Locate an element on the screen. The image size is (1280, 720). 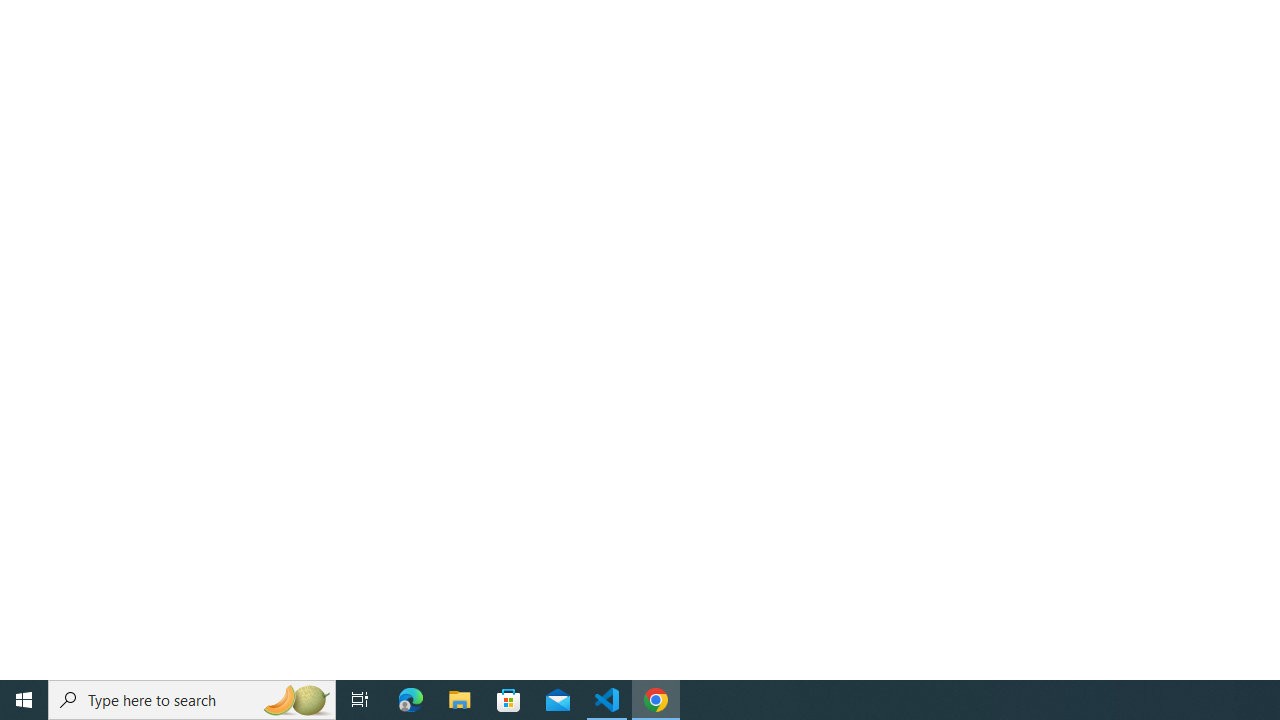
'File Explorer' is located at coordinates (459, 698).